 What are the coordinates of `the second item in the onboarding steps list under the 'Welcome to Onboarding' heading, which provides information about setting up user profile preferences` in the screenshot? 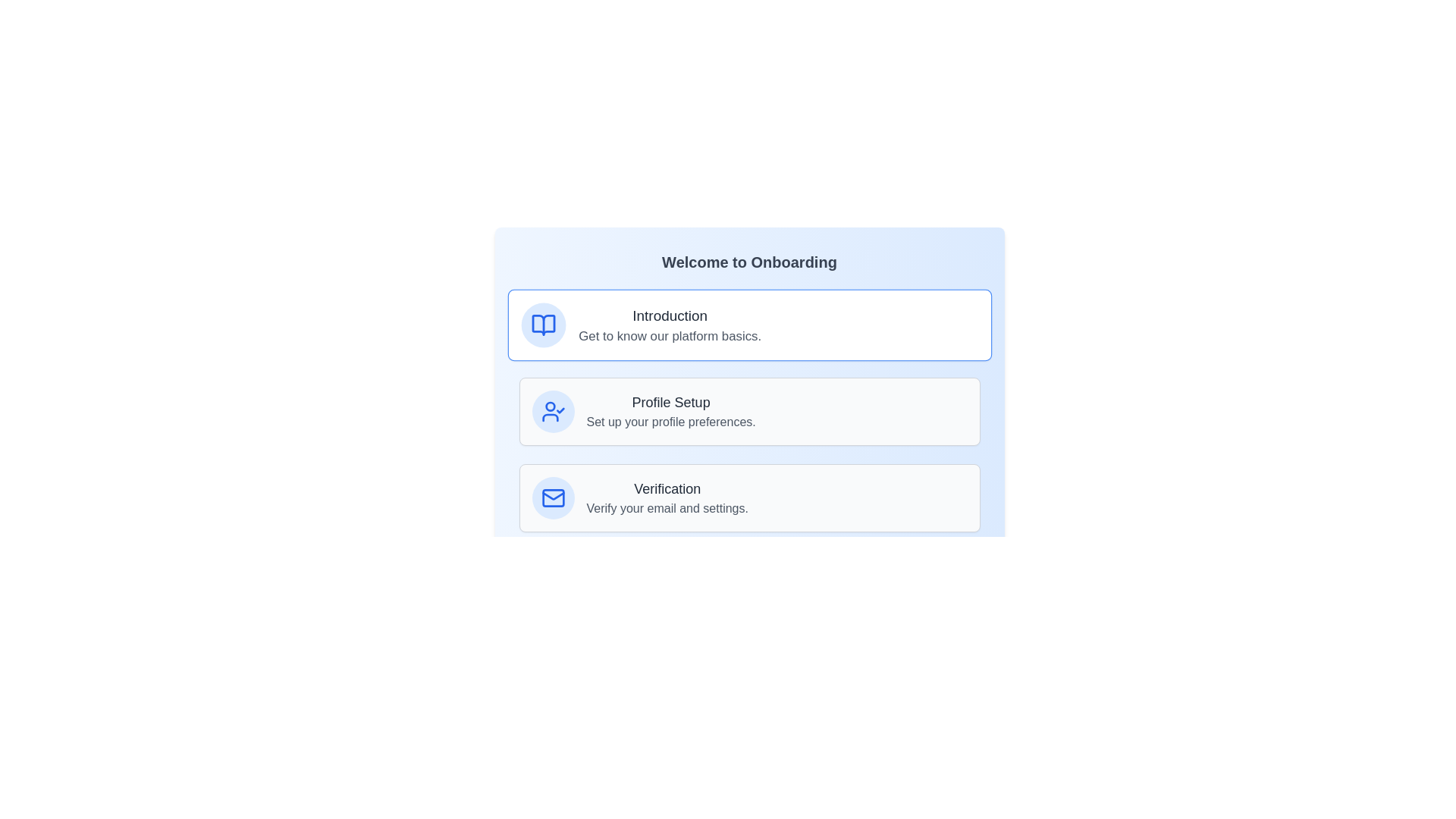 It's located at (749, 412).